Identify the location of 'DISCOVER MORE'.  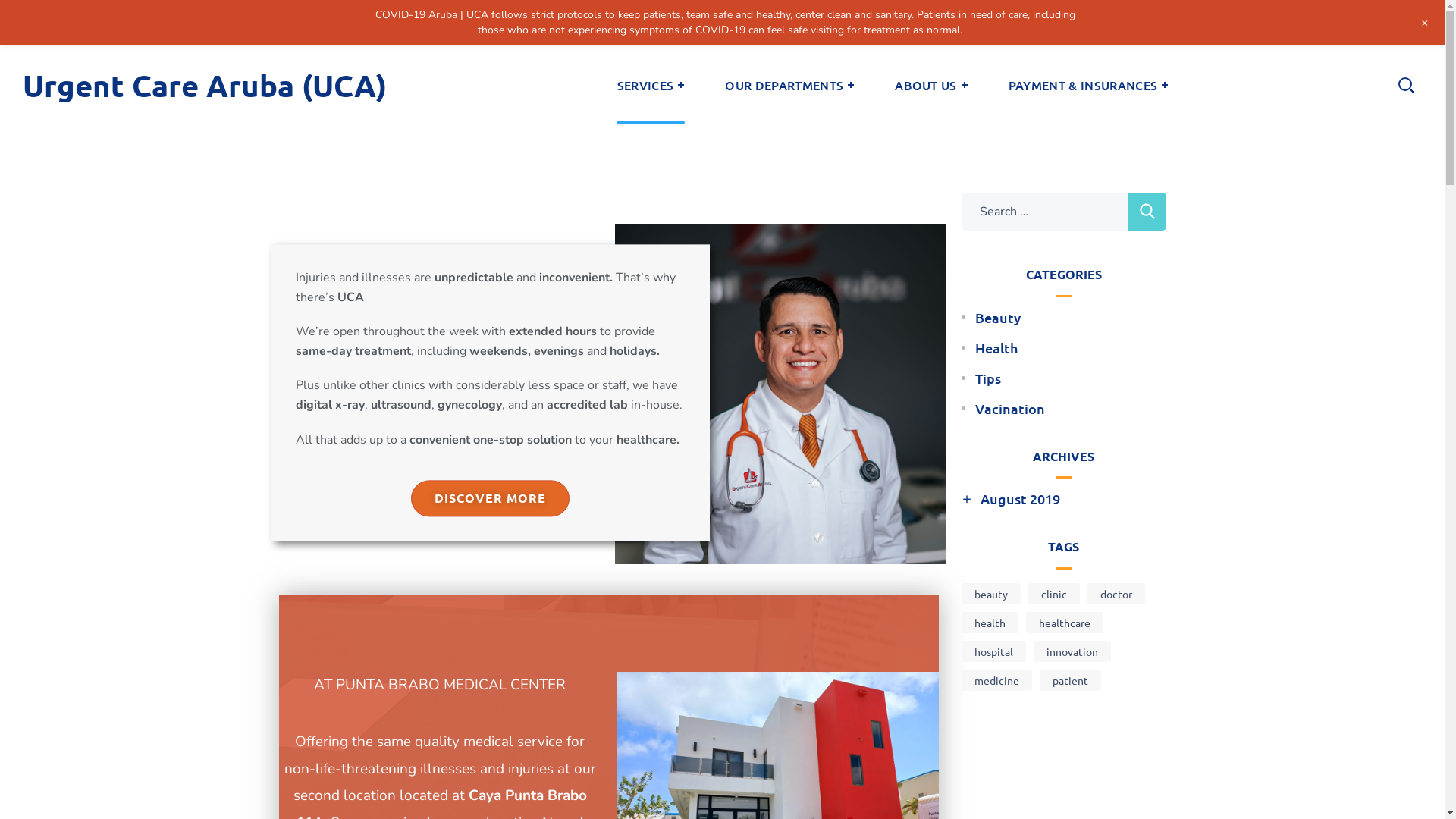
(490, 499).